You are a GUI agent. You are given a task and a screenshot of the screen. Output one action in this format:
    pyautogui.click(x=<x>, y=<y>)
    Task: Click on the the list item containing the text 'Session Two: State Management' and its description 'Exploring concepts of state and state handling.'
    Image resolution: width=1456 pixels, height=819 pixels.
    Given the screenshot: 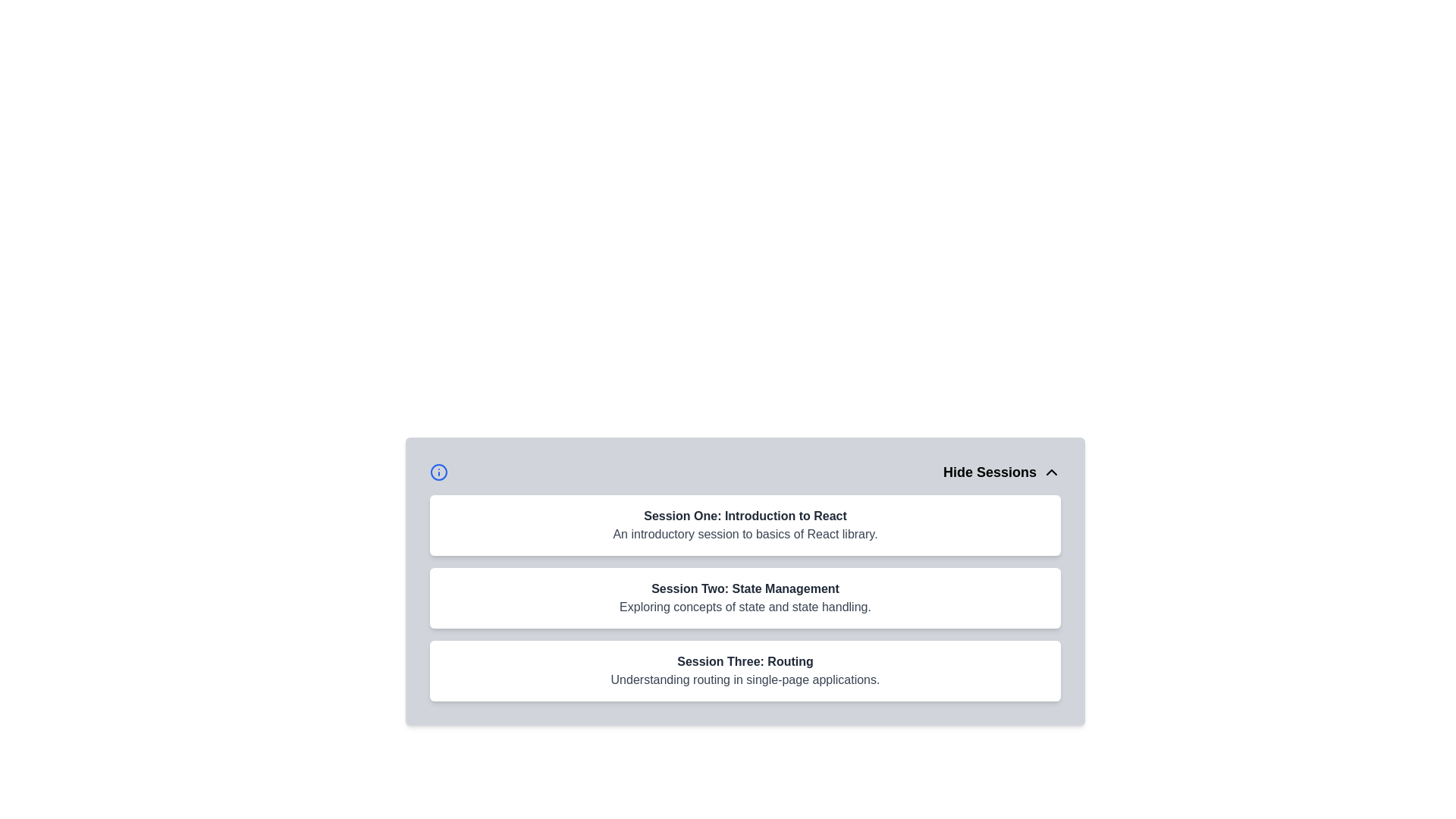 What is the action you would take?
    pyautogui.click(x=745, y=598)
    